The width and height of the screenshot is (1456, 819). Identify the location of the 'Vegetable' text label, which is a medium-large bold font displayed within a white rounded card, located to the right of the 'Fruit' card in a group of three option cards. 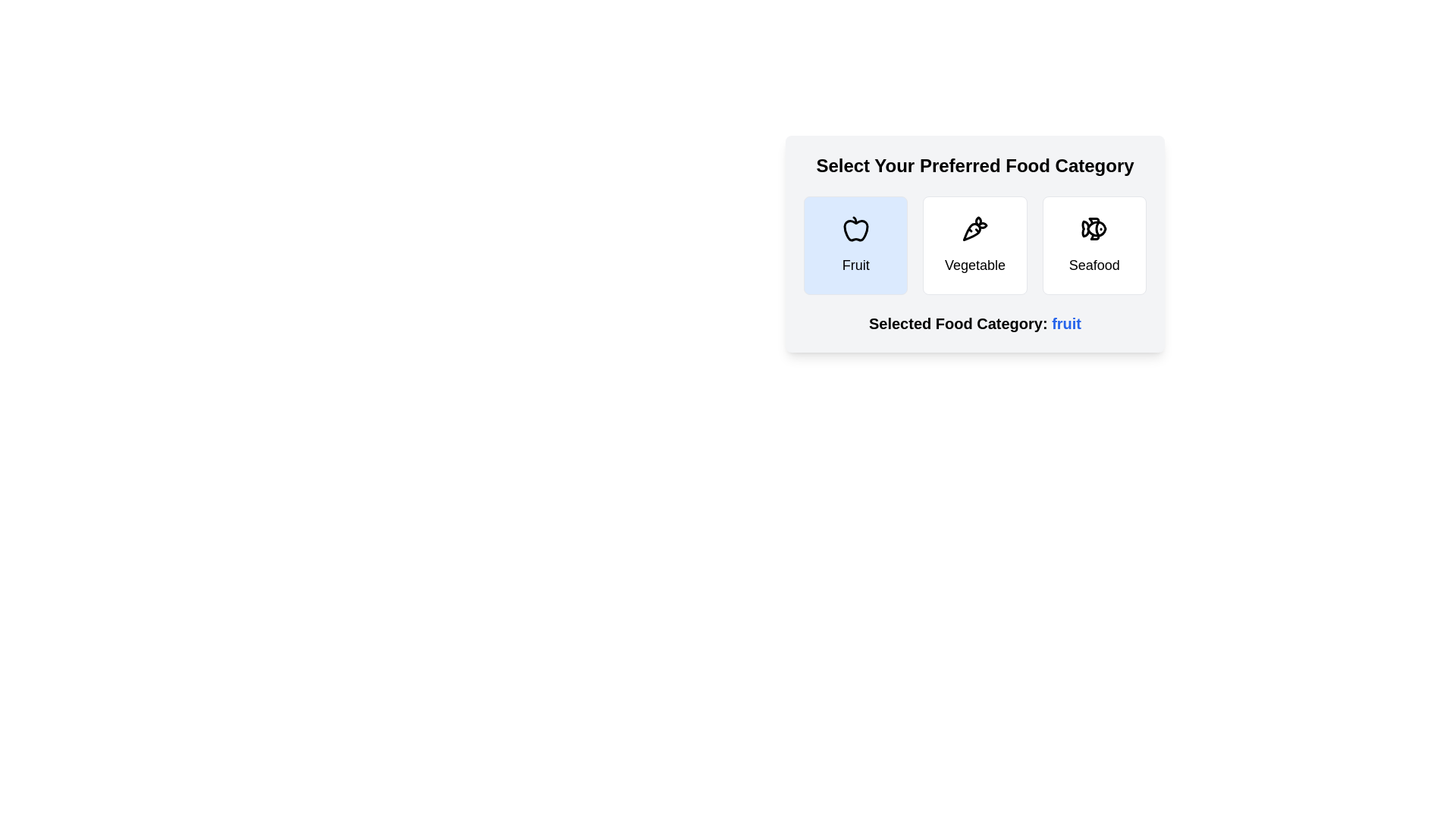
(975, 265).